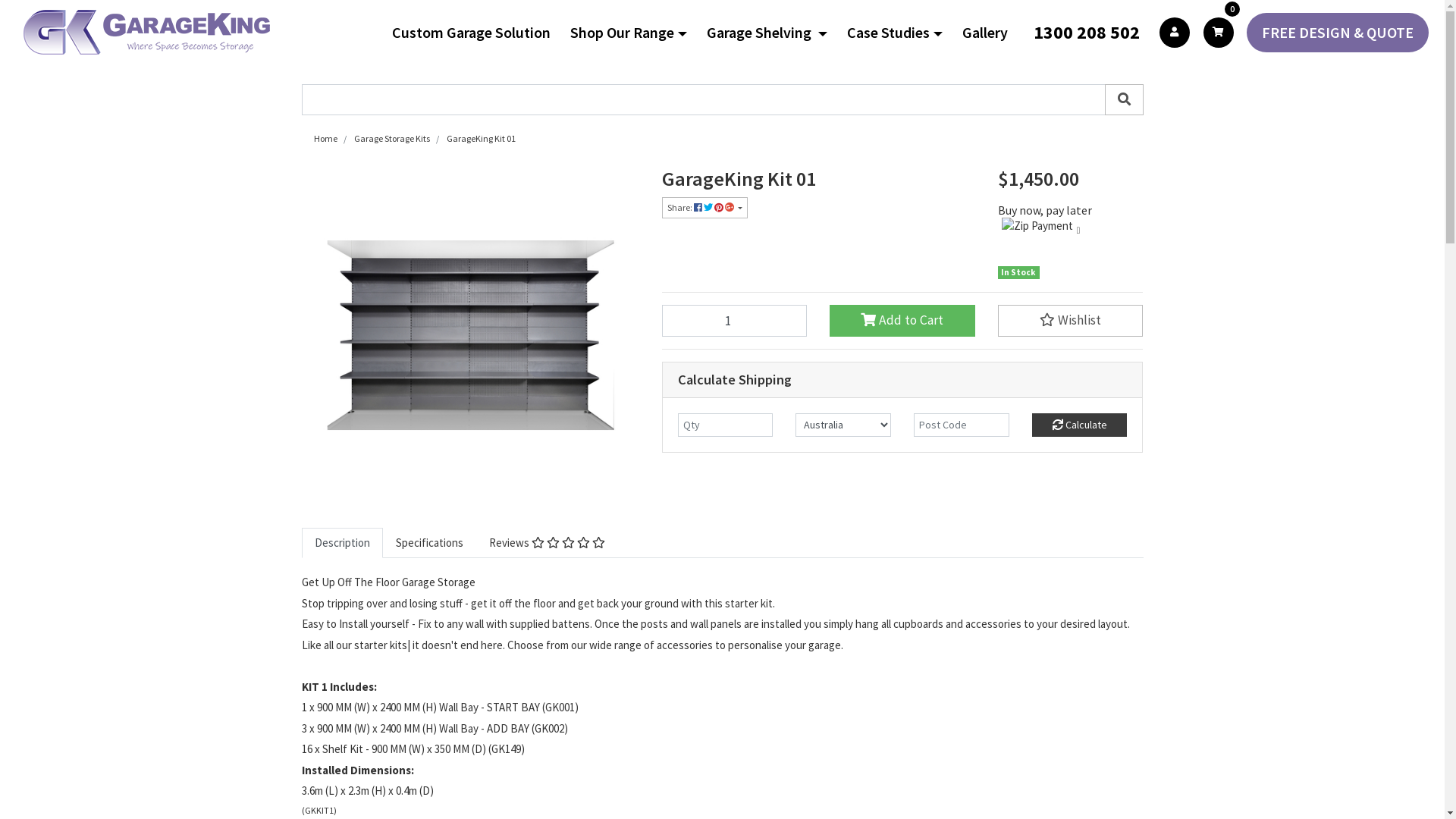  I want to click on 'Add to Cart', so click(902, 319).